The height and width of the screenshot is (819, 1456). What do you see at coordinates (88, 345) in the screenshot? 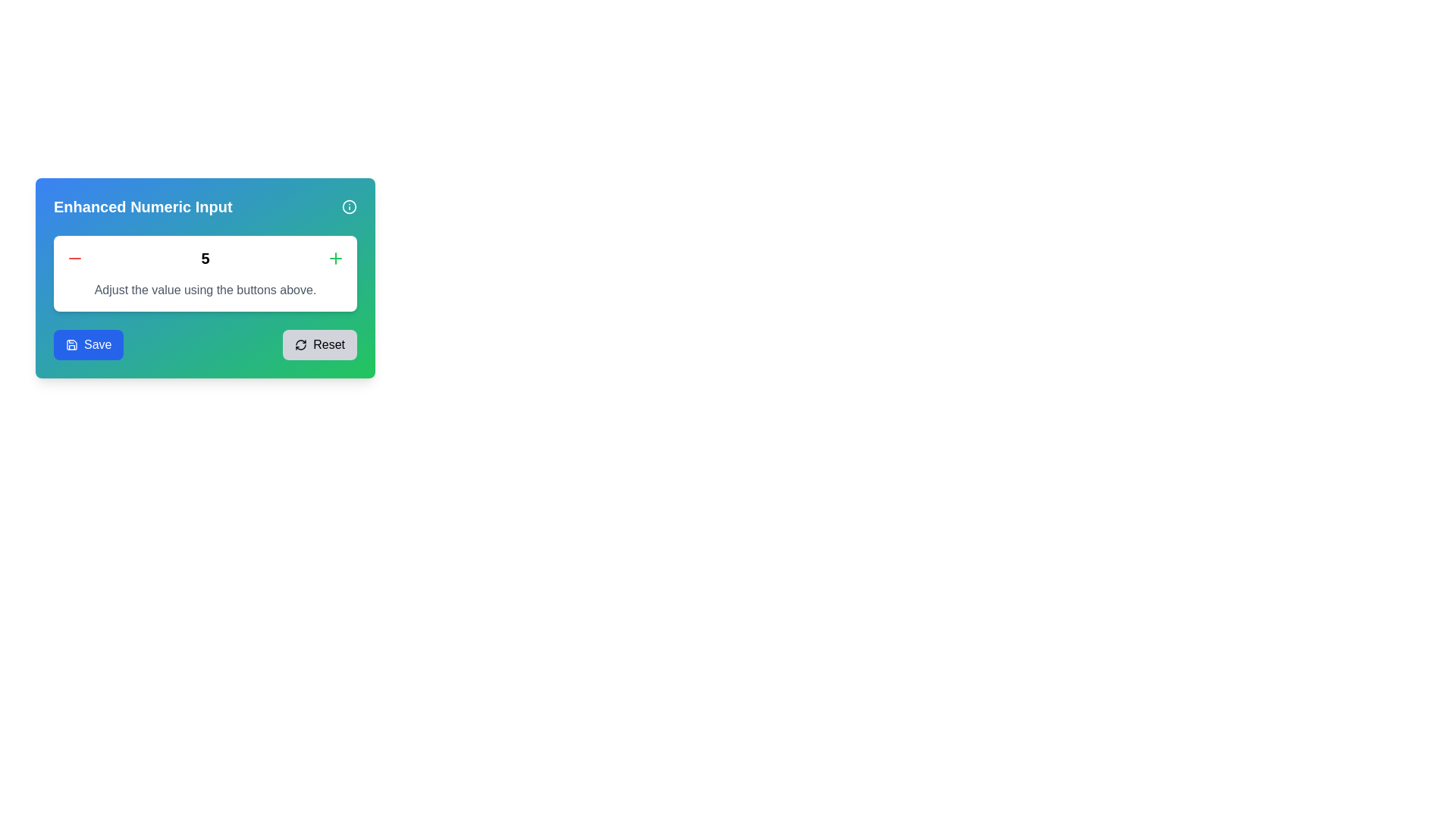
I see `the 'Save' button located in the lower-left corner of the interface` at bounding box center [88, 345].